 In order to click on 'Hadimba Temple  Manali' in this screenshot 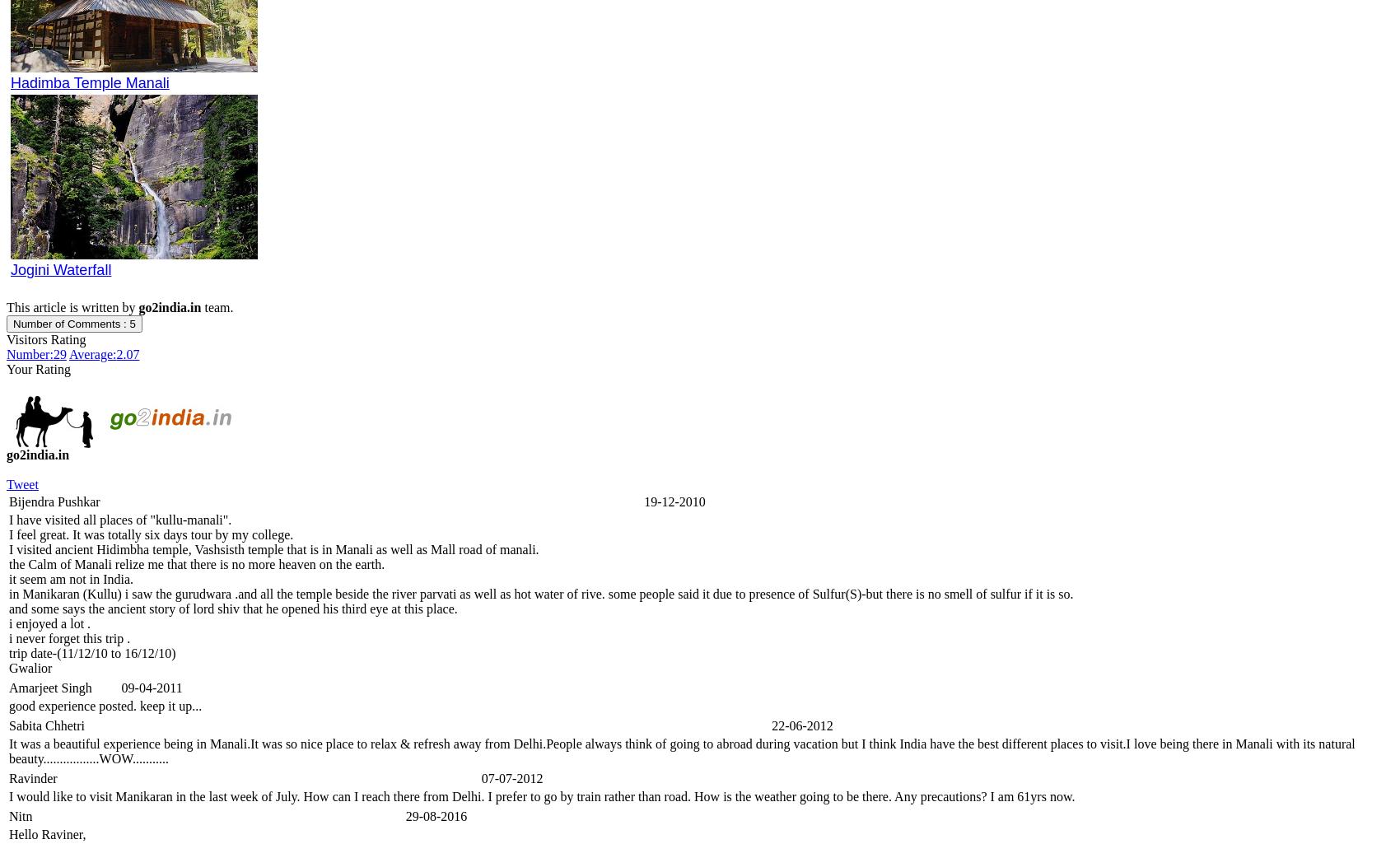, I will do `click(88, 82)`.